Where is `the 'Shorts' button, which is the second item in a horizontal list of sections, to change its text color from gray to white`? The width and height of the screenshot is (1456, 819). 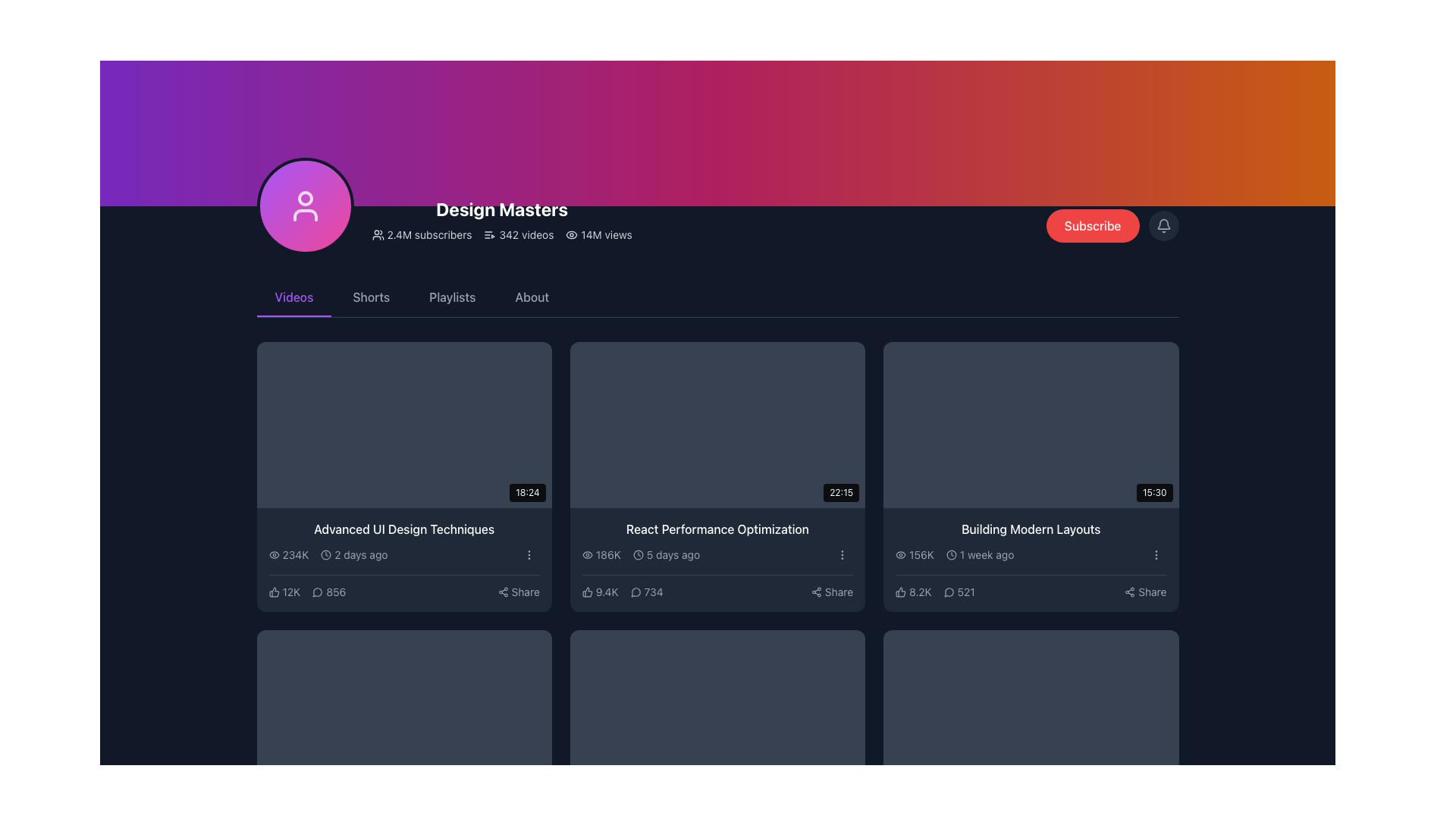
the 'Shorts' button, which is the second item in a horizontal list of sections, to change its text color from gray to white is located at coordinates (371, 298).